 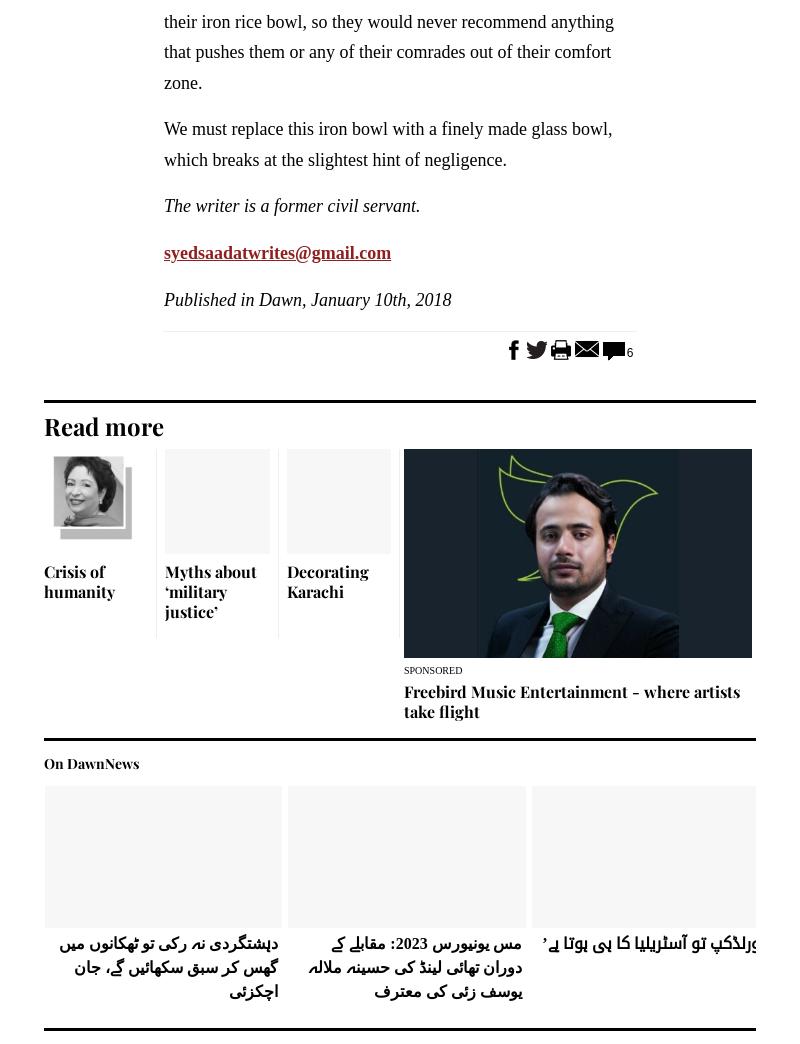 What do you see at coordinates (79, 579) in the screenshot?
I see `'Crisis of humanity'` at bounding box center [79, 579].